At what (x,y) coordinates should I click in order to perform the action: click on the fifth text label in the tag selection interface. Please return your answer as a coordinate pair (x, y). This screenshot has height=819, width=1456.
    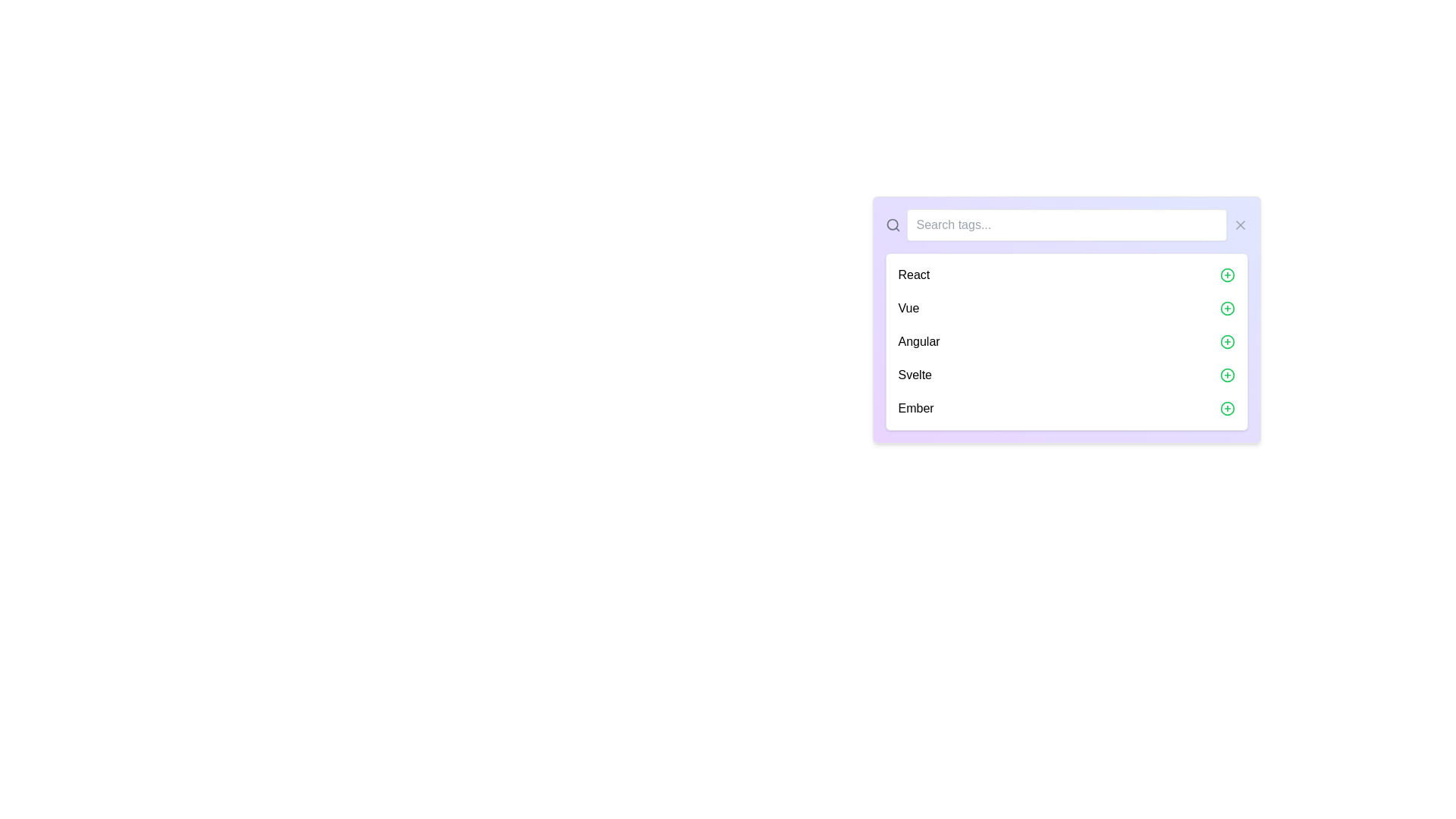
    Looking at the image, I should click on (915, 408).